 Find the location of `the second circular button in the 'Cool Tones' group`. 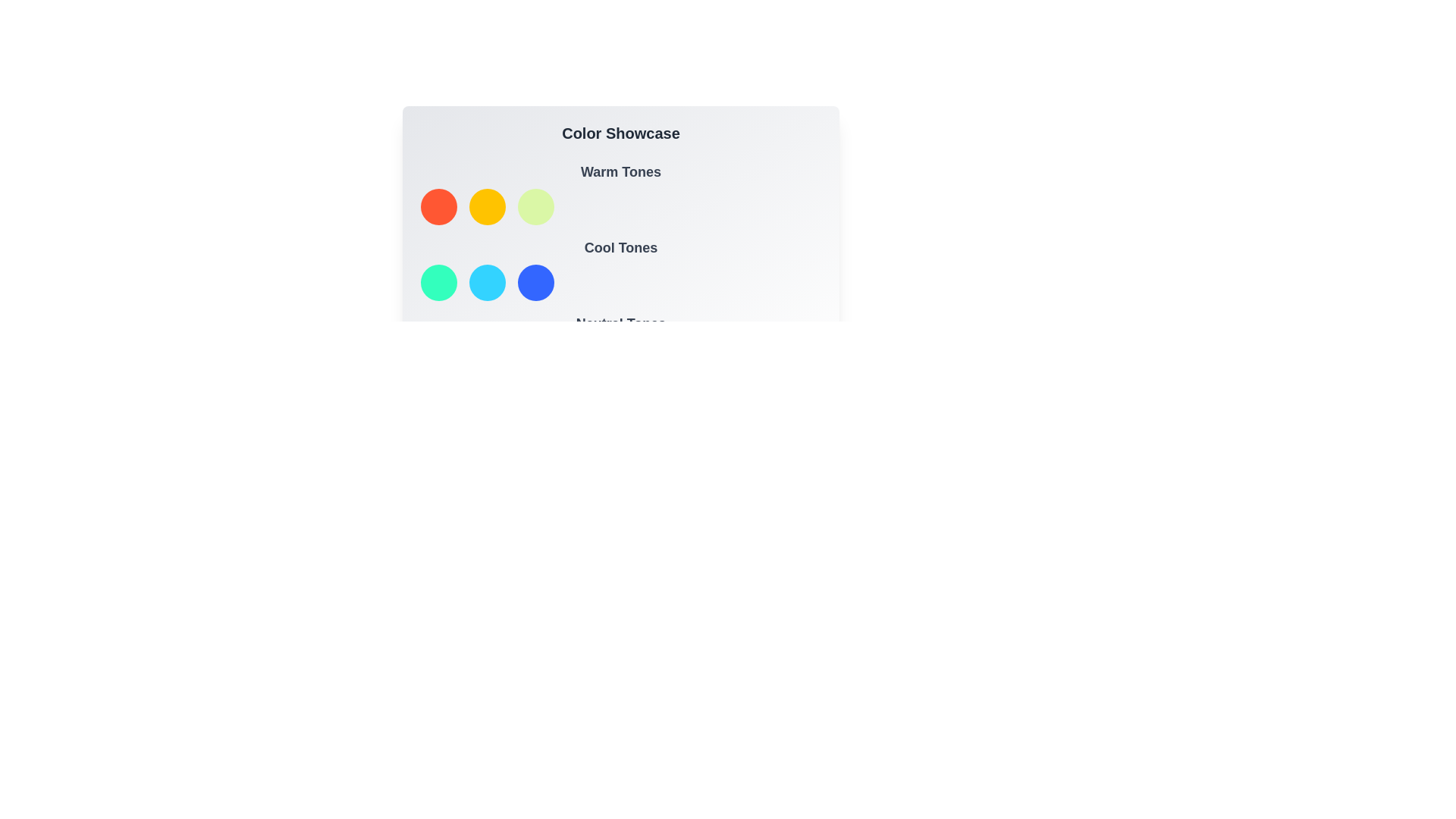

the second circular button in the 'Cool Tones' group is located at coordinates (488, 283).